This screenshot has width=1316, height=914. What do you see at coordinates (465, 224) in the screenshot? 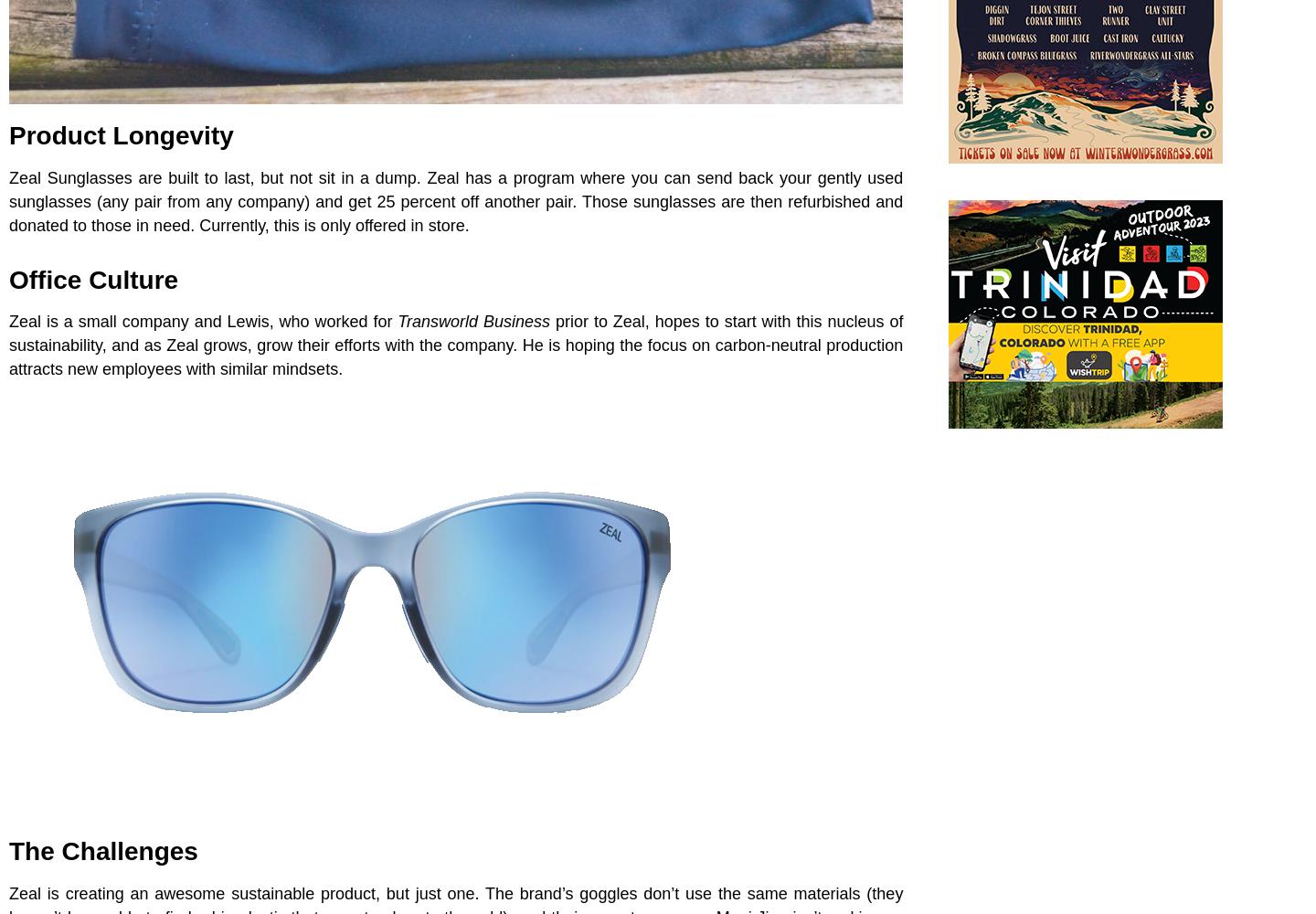
I see `'.'` at bounding box center [465, 224].